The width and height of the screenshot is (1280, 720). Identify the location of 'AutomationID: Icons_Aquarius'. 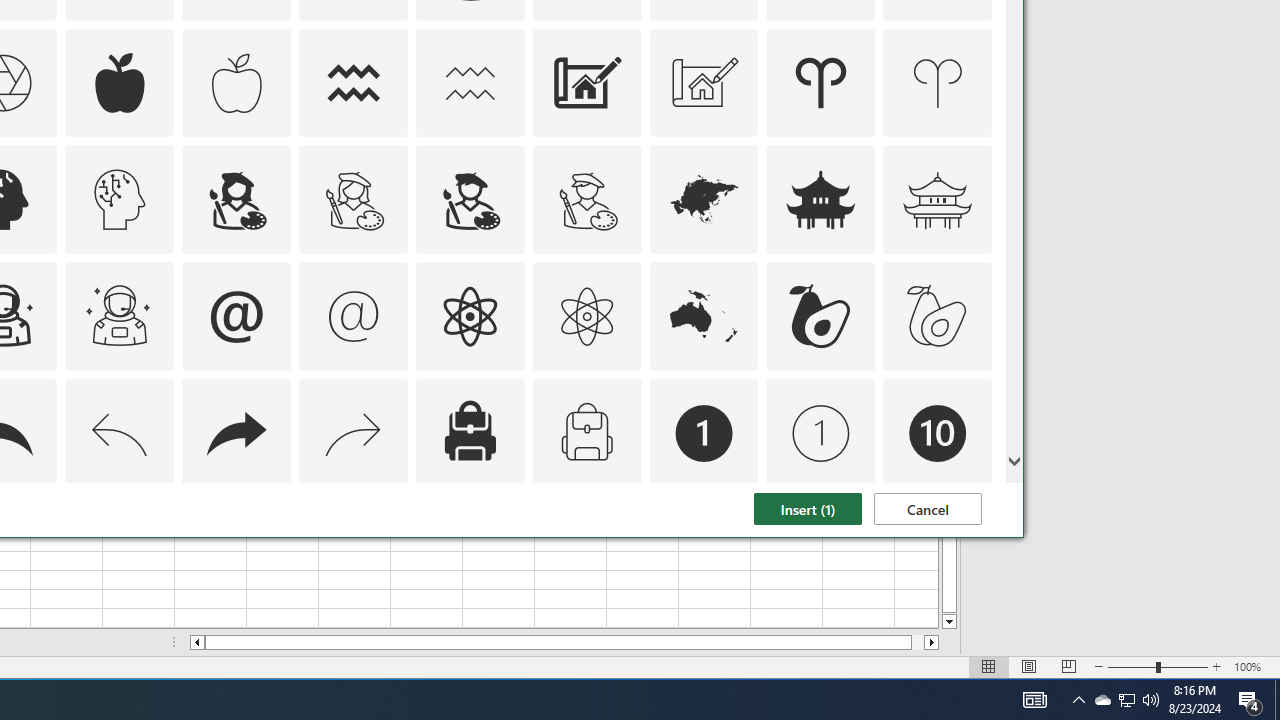
(353, 81).